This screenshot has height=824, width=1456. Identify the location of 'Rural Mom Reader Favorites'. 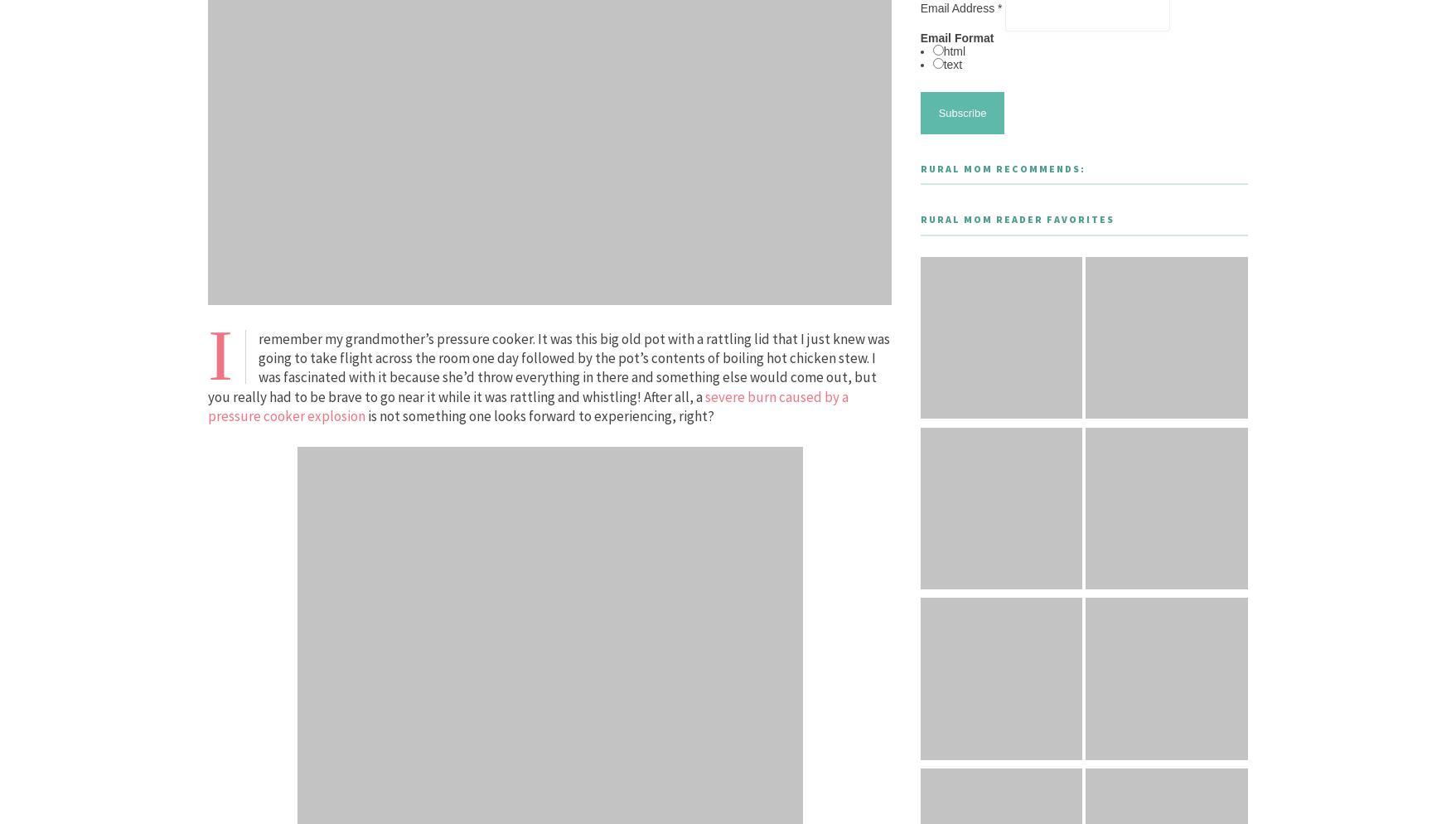
(1015, 218).